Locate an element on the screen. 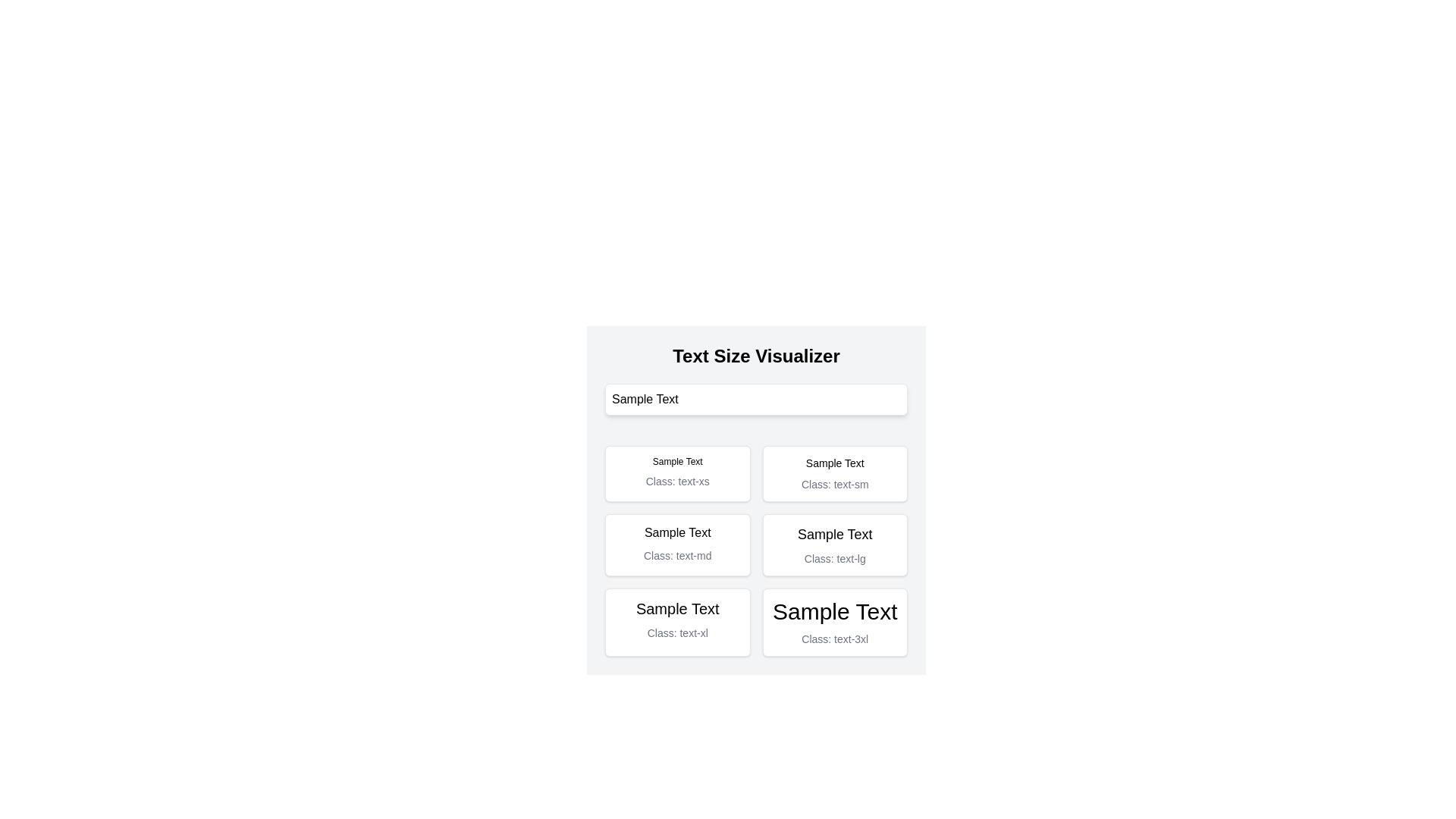 The image size is (1456, 819). the static text label displaying 'Sample Text' in the 'Text Size Visualizer' section, which is the top text field in the 3rd card of the 2x3 grid layout is located at coordinates (676, 532).